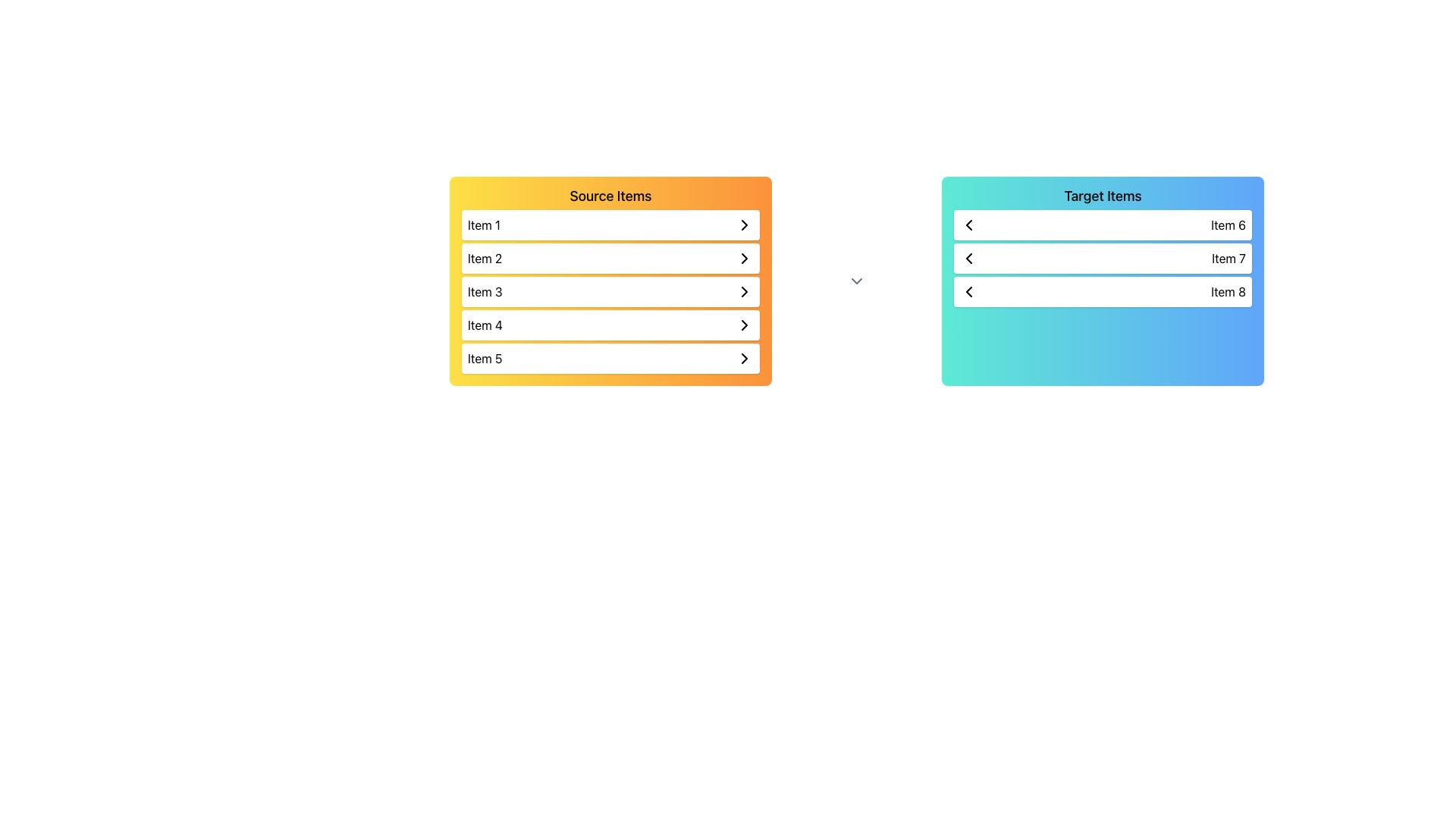  I want to click on the text label 'Item 4' which is part of the 'Source Items' list, located above 'Item 5' and below 'Item 3', so click(484, 324).